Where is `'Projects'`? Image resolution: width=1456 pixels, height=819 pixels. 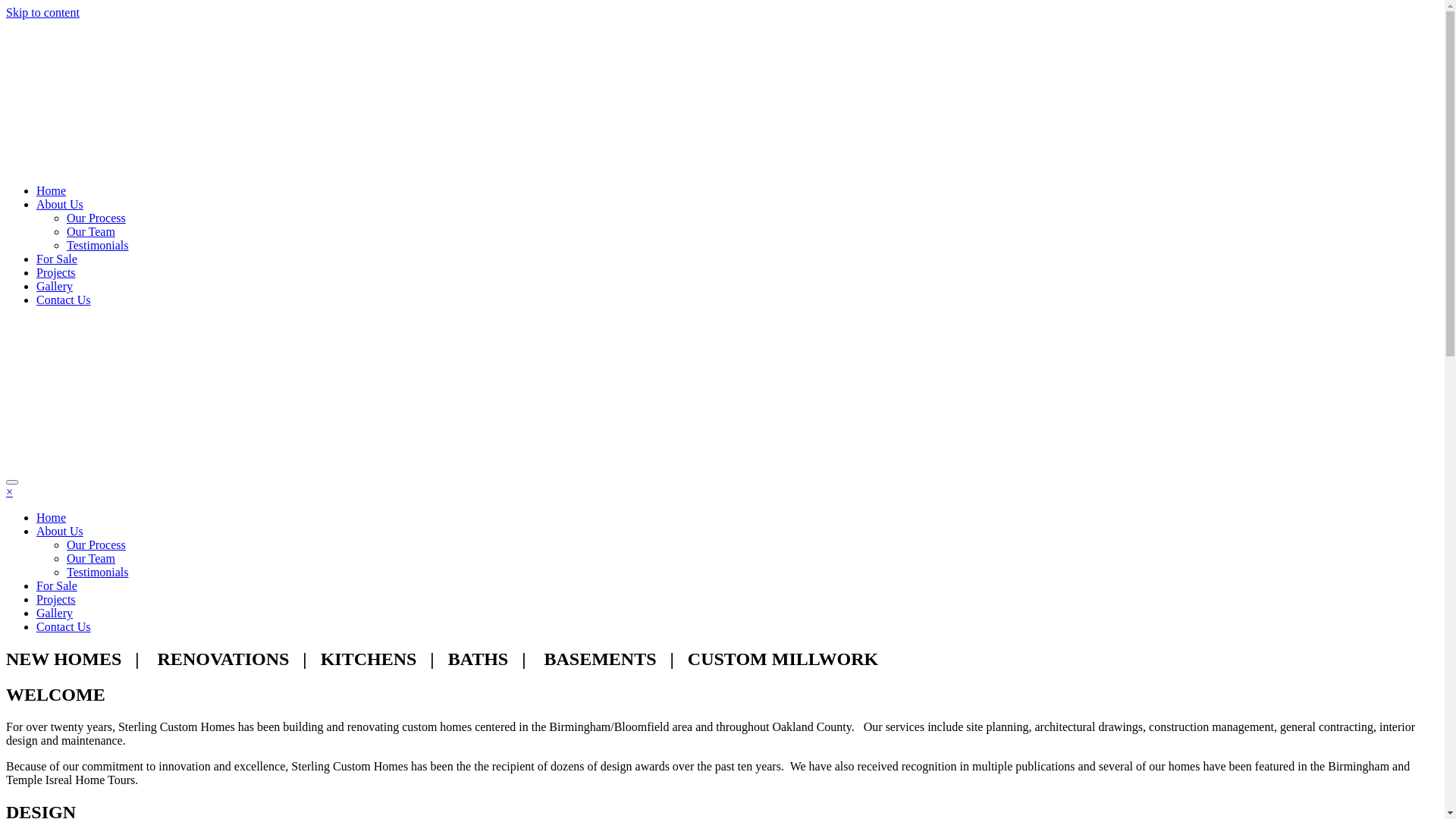
'Projects' is located at coordinates (55, 598).